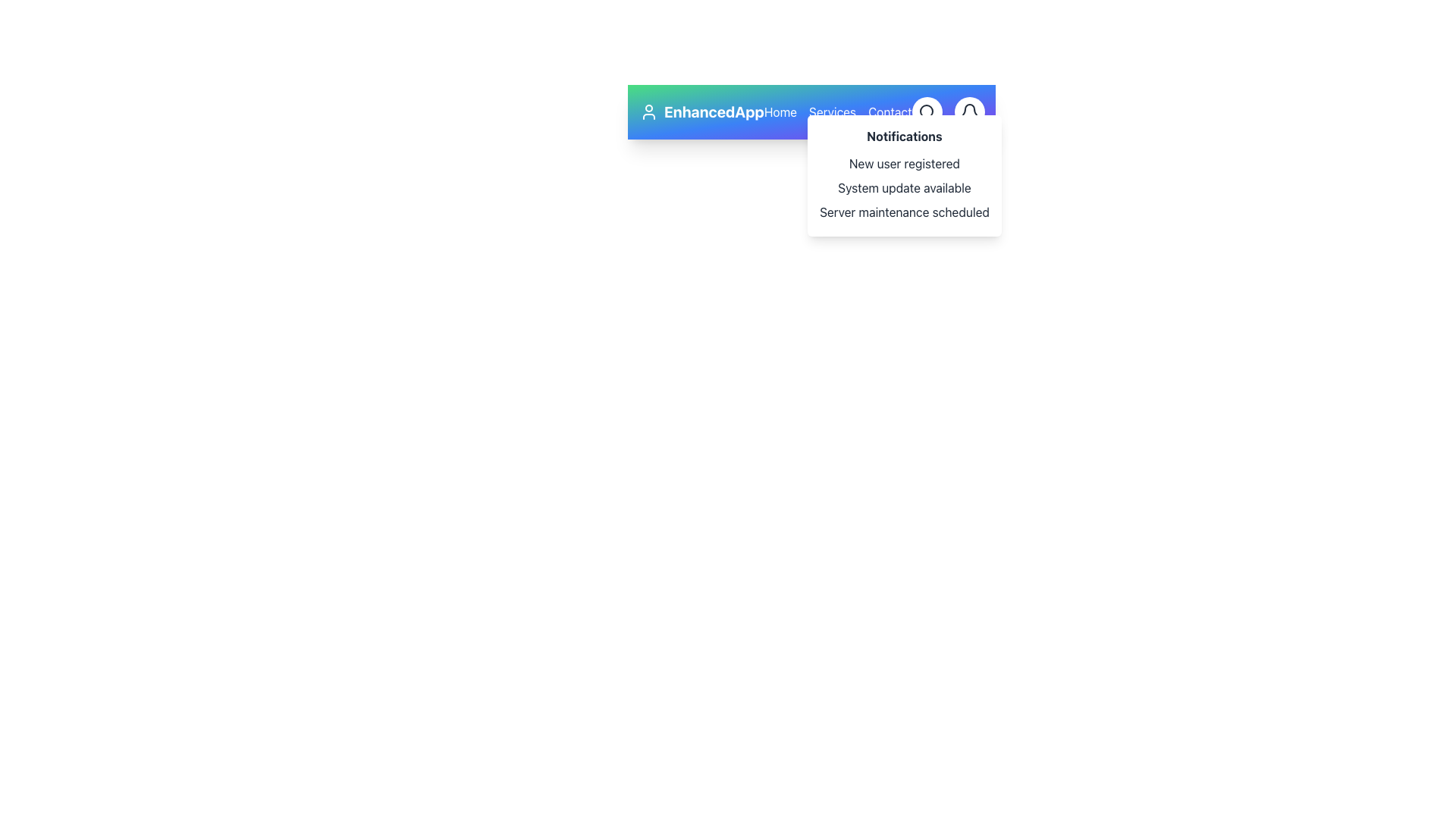 The height and width of the screenshot is (819, 1456). I want to click on the text item displaying 'System update available', which is the second notification entry in the dropdown 'Notifications' list, so click(905, 187).